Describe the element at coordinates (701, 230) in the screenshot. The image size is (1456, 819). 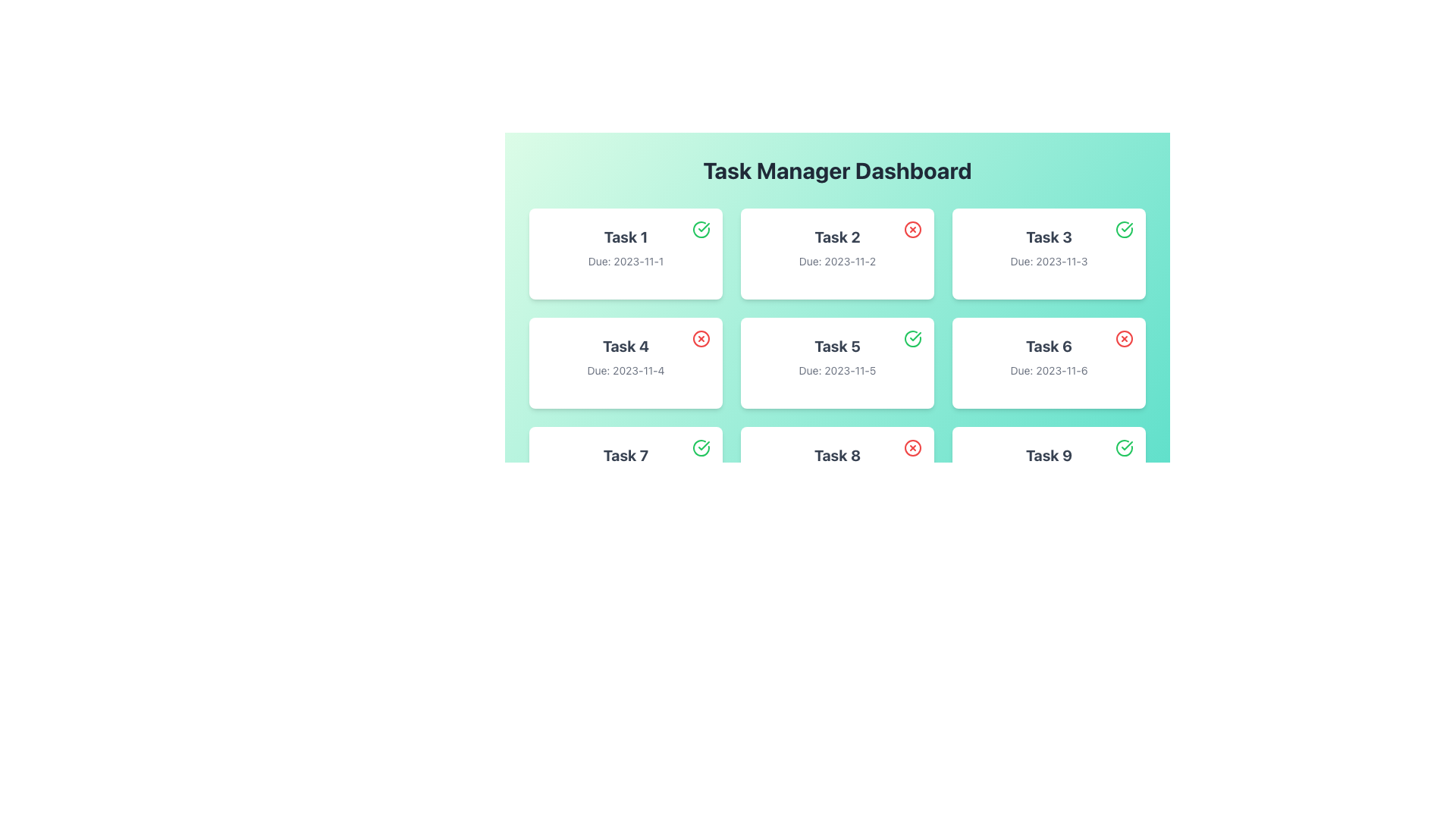
I see `the green checkmark icon located in the top-right corner of the 'Task 1' card with due date '2023-11-1'` at that location.